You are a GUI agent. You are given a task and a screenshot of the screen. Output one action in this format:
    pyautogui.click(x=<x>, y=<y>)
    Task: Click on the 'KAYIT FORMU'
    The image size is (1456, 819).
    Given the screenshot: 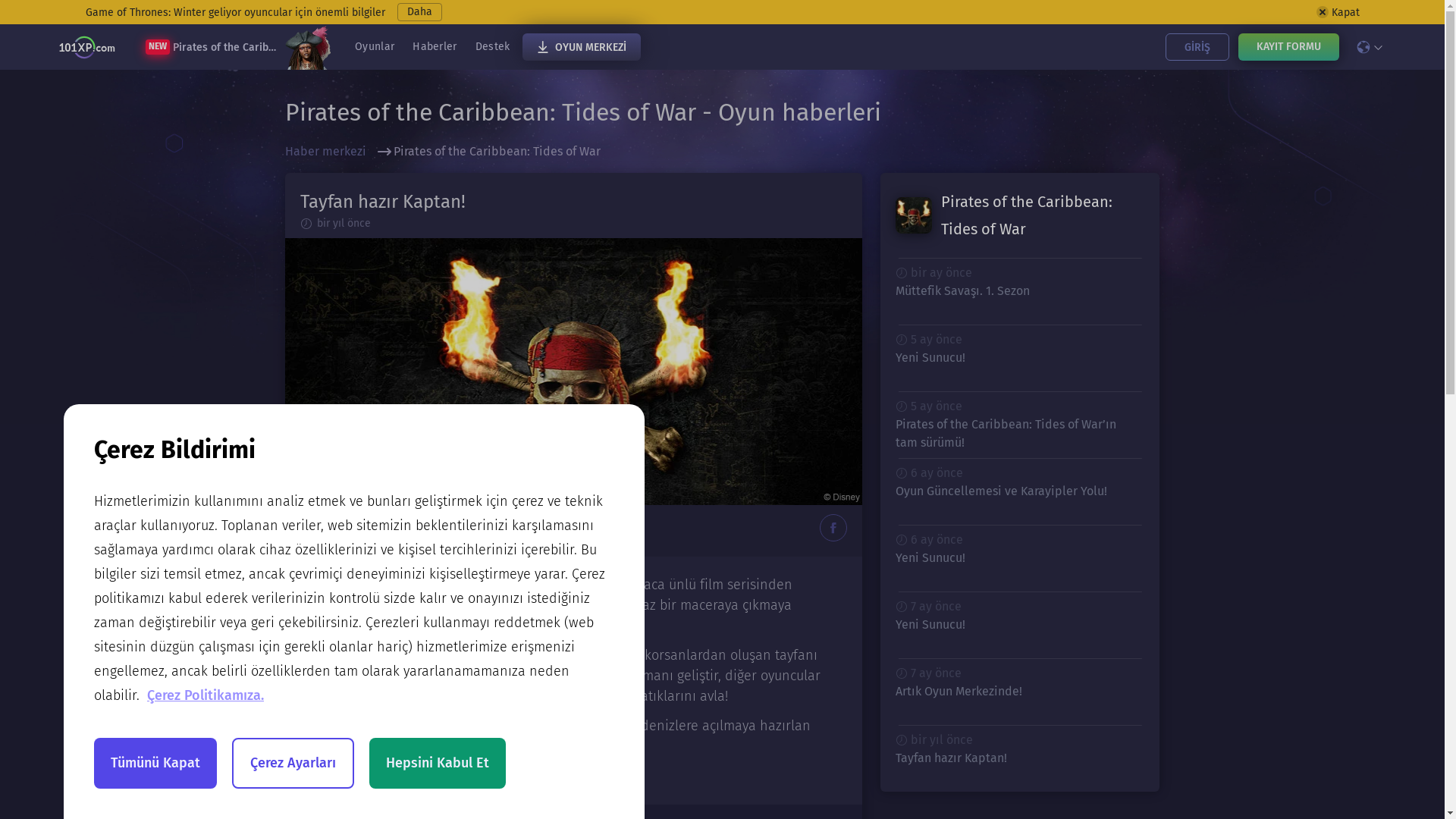 What is the action you would take?
    pyautogui.click(x=1287, y=45)
    